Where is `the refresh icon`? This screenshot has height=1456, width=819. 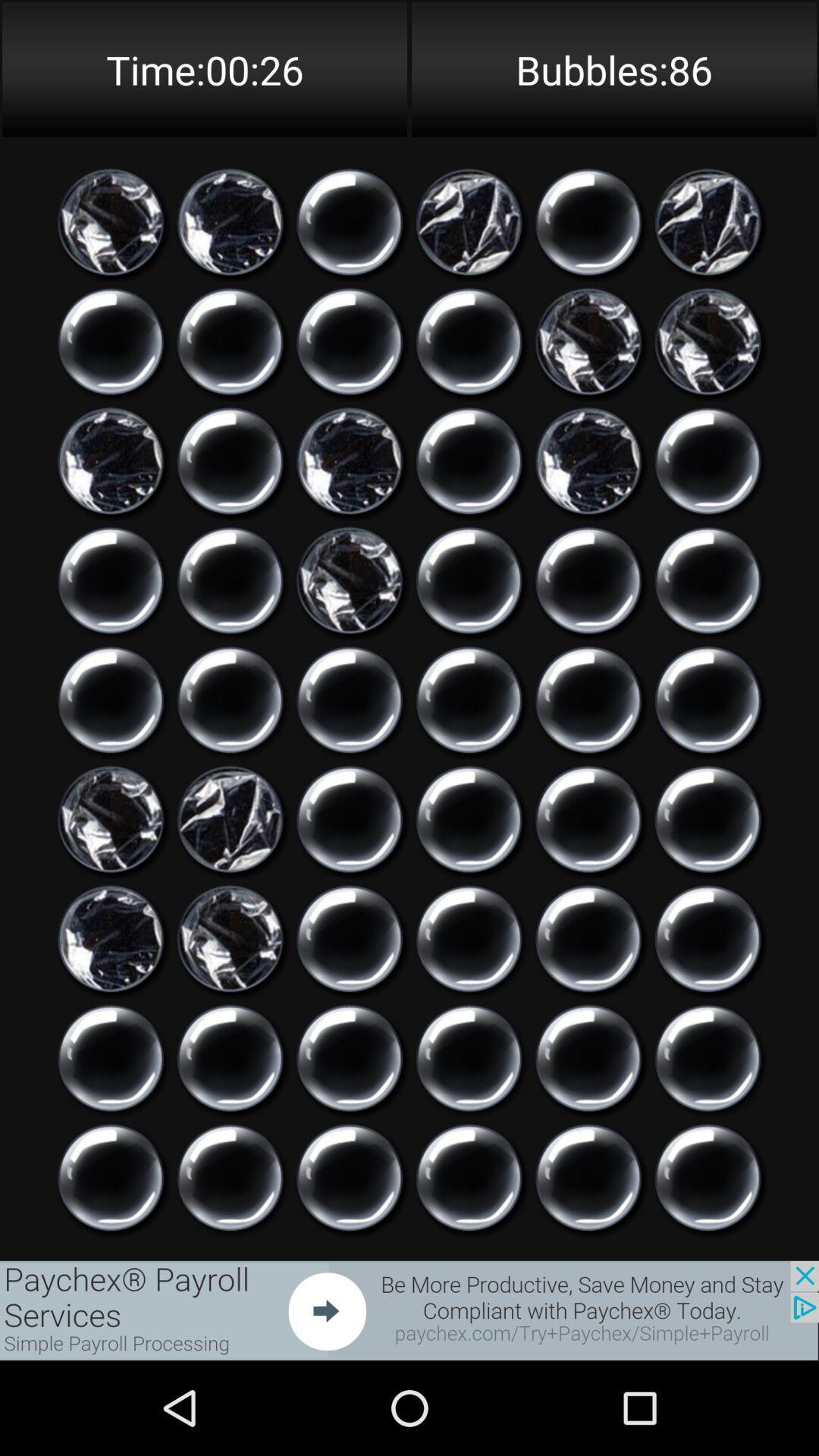
the refresh icon is located at coordinates (468, 1005).